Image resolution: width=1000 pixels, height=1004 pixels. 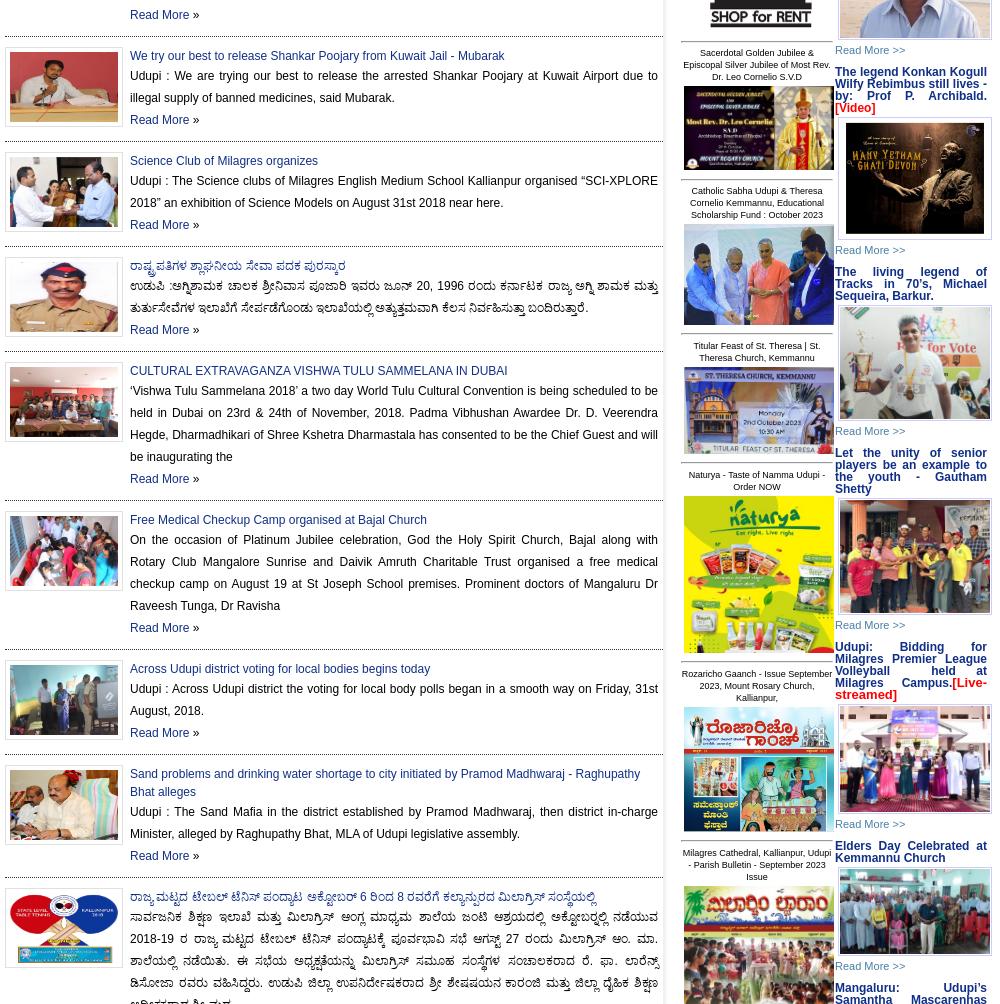 I want to click on 'Free Medical Checkup Camp organised at Bajal Church', so click(x=278, y=519).